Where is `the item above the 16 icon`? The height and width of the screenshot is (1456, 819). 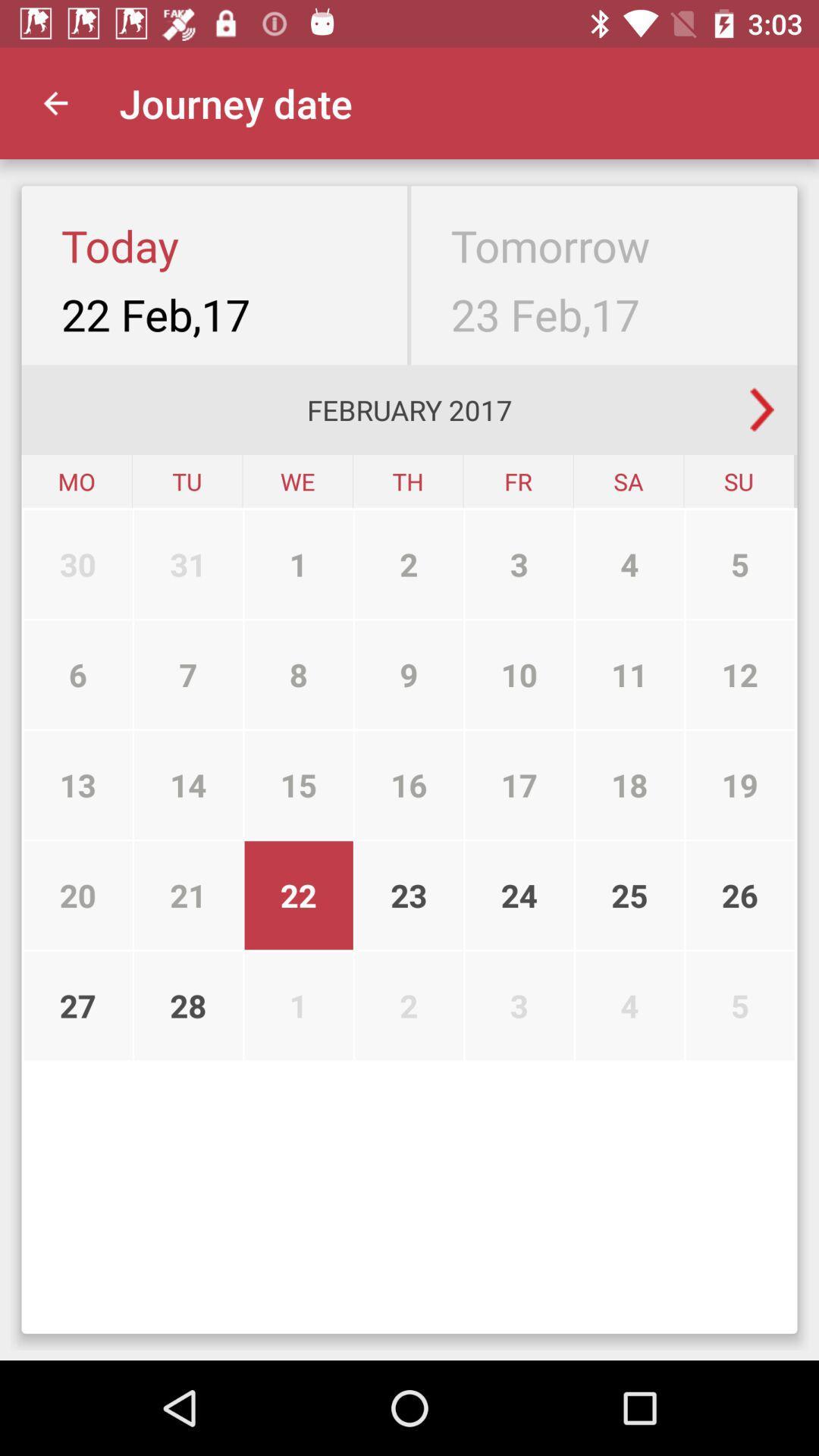 the item above the 16 icon is located at coordinates (519, 673).